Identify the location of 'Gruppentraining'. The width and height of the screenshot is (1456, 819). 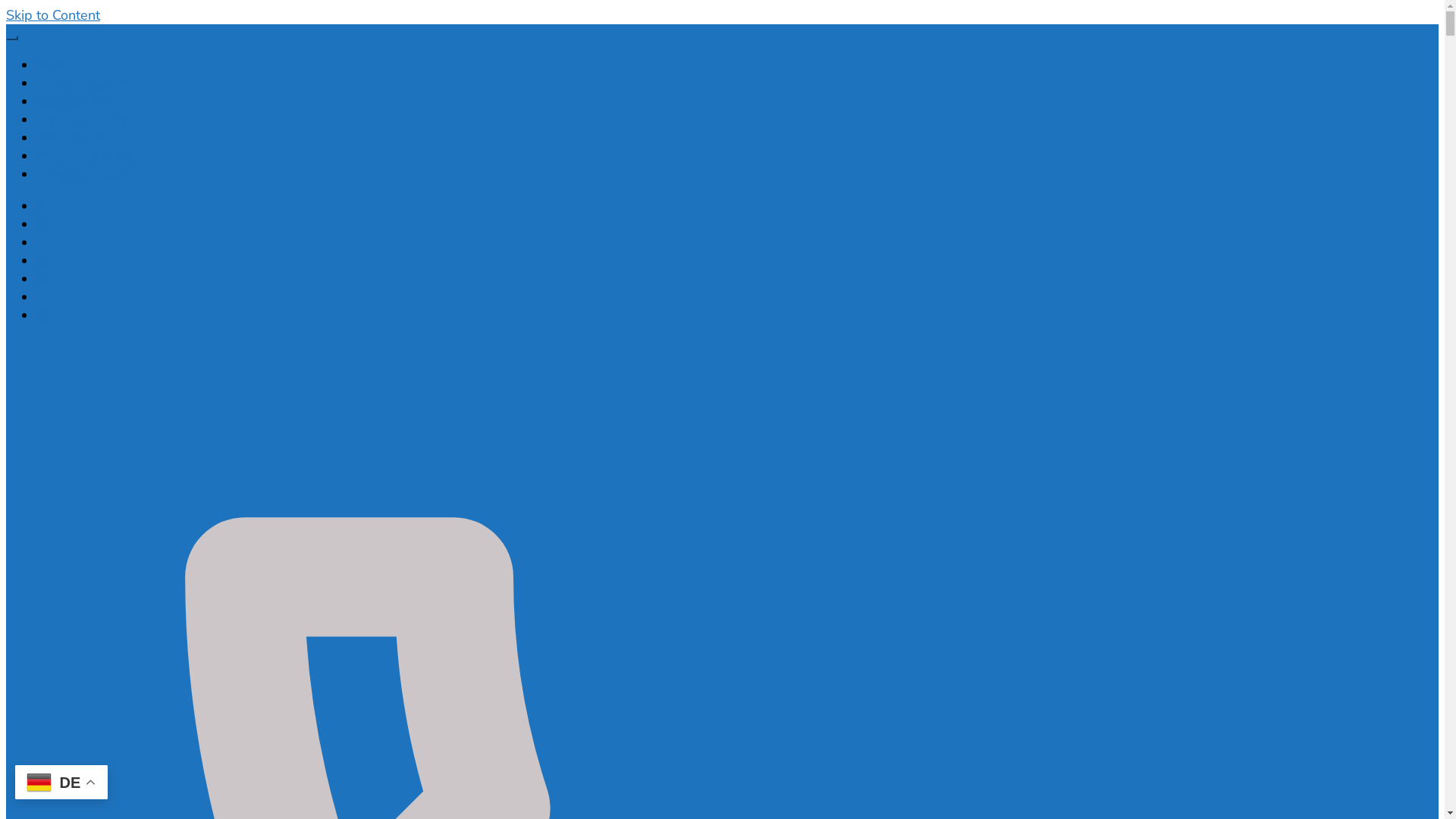
(86, 155).